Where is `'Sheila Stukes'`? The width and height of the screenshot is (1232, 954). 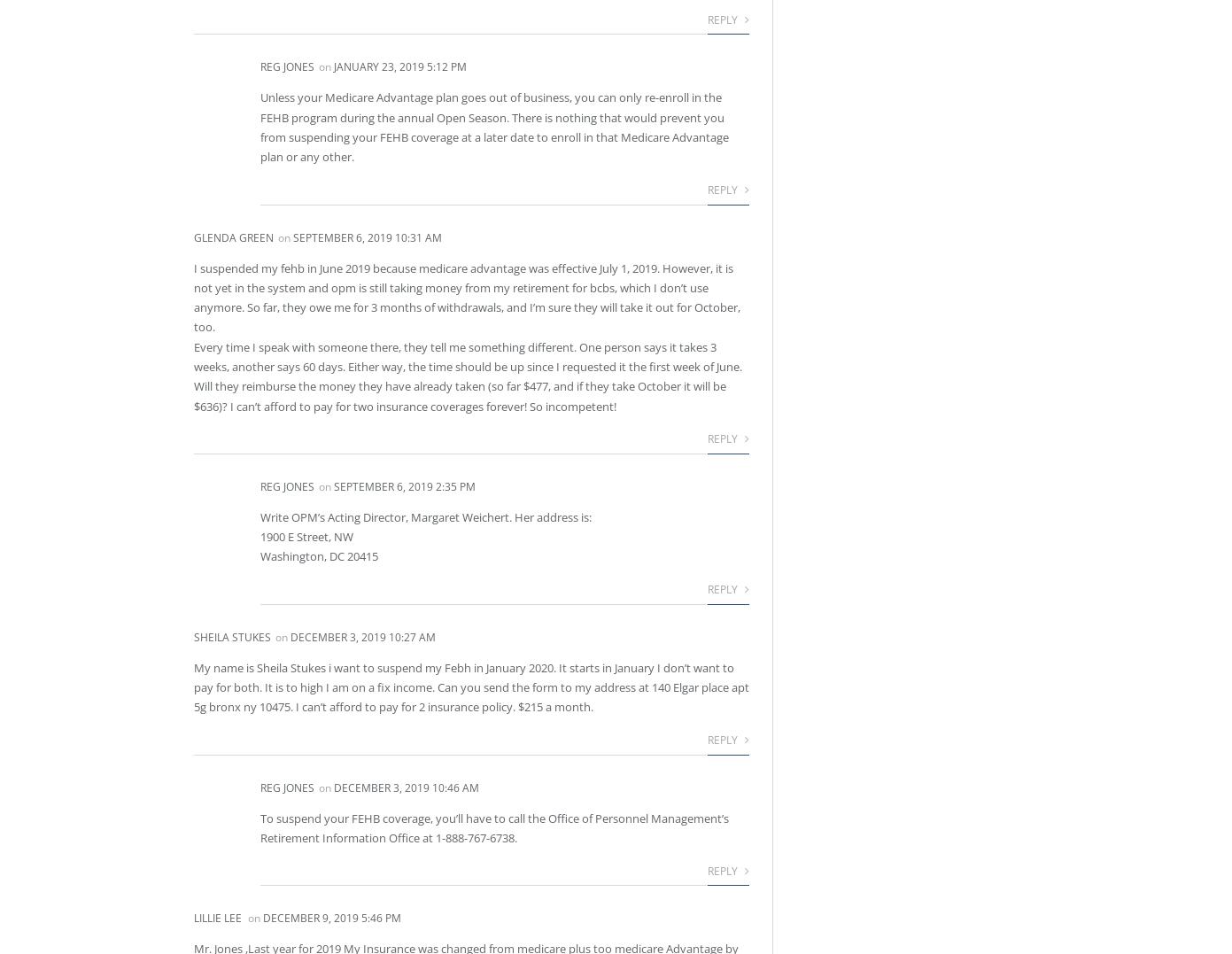 'Sheila Stukes' is located at coordinates (193, 636).